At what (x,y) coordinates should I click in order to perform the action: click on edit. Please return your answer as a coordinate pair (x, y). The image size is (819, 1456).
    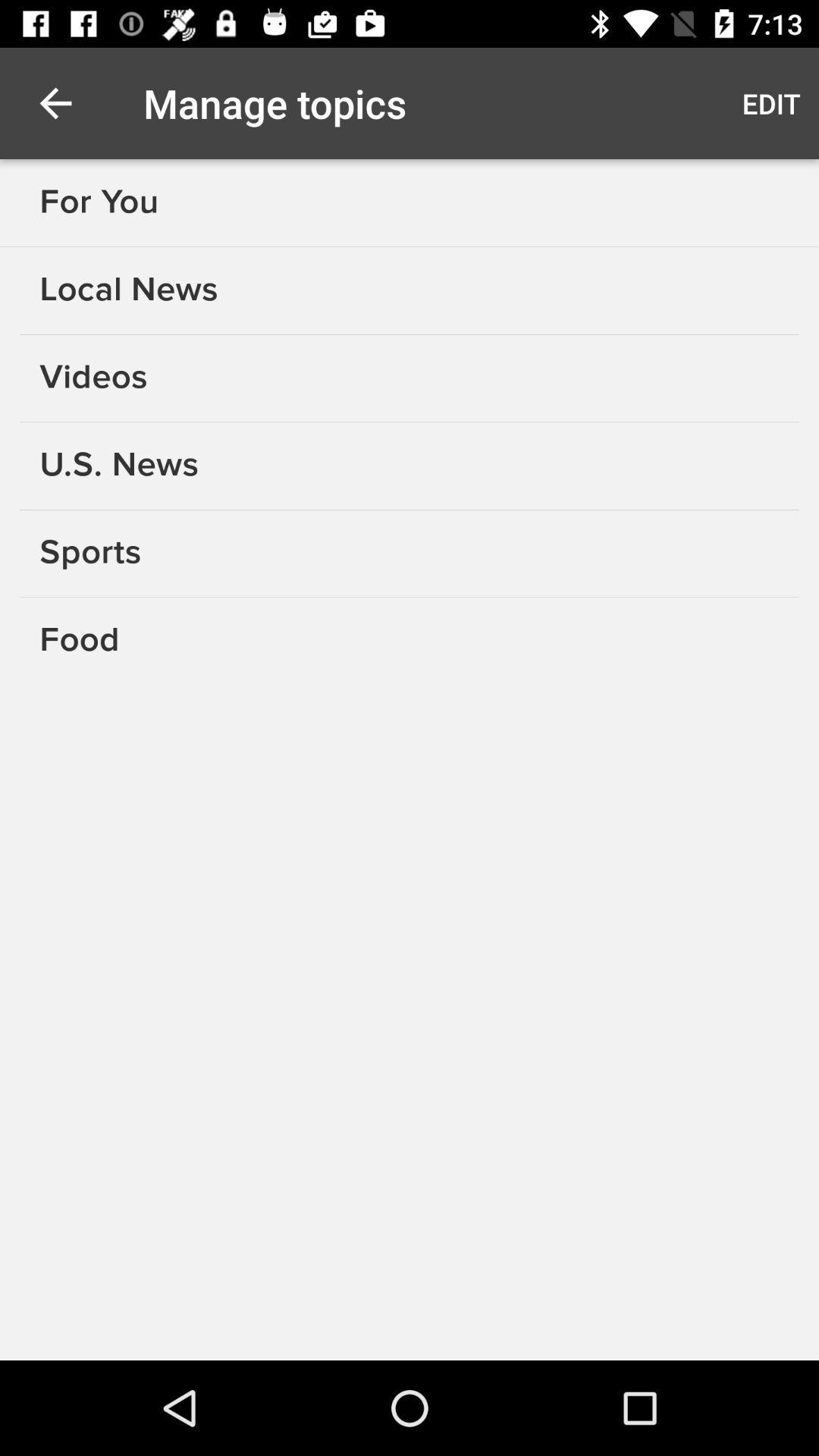
    Looking at the image, I should click on (771, 102).